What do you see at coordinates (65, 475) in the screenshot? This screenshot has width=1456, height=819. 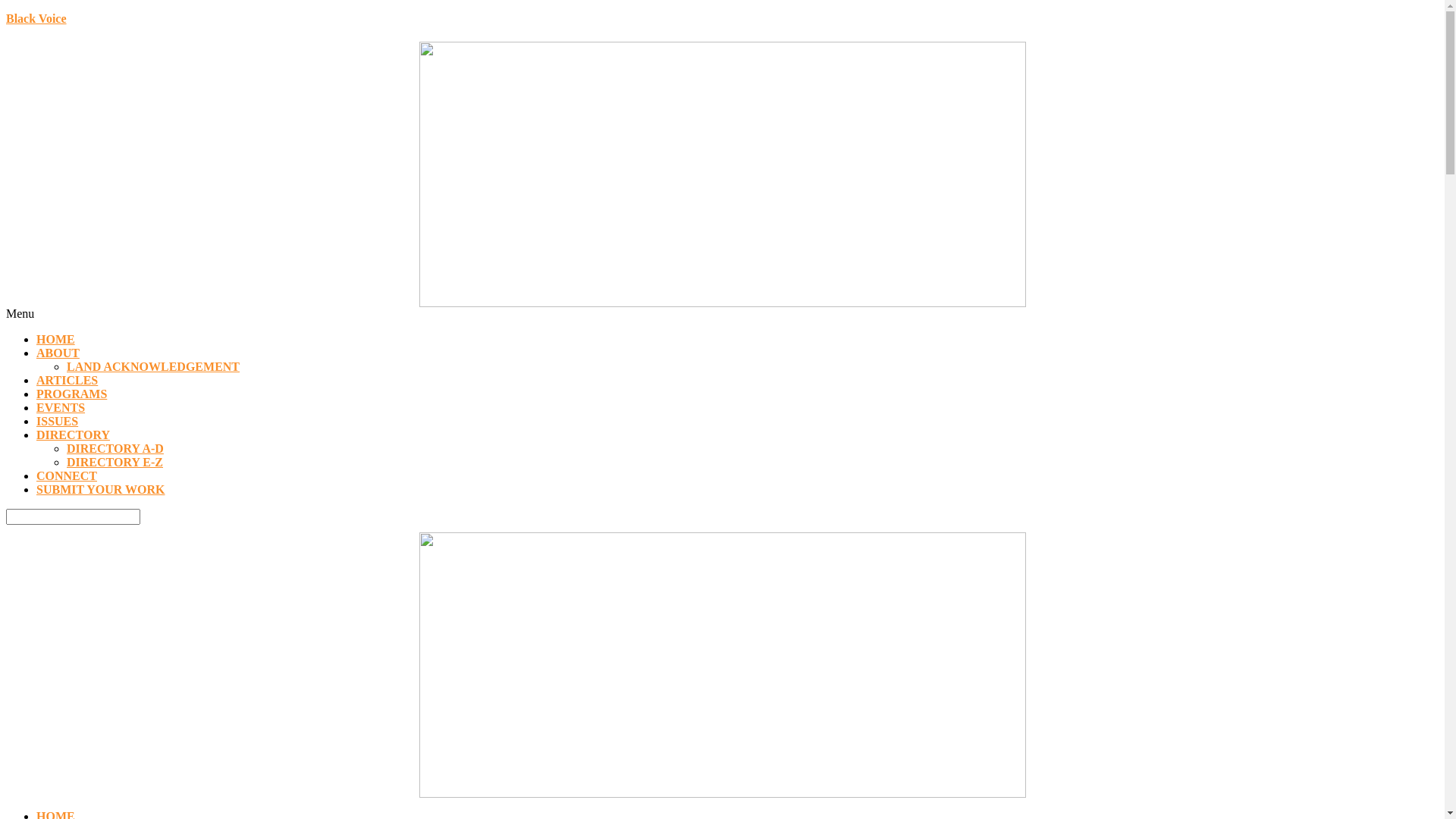 I see `'CONNECT'` at bounding box center [65, 475].